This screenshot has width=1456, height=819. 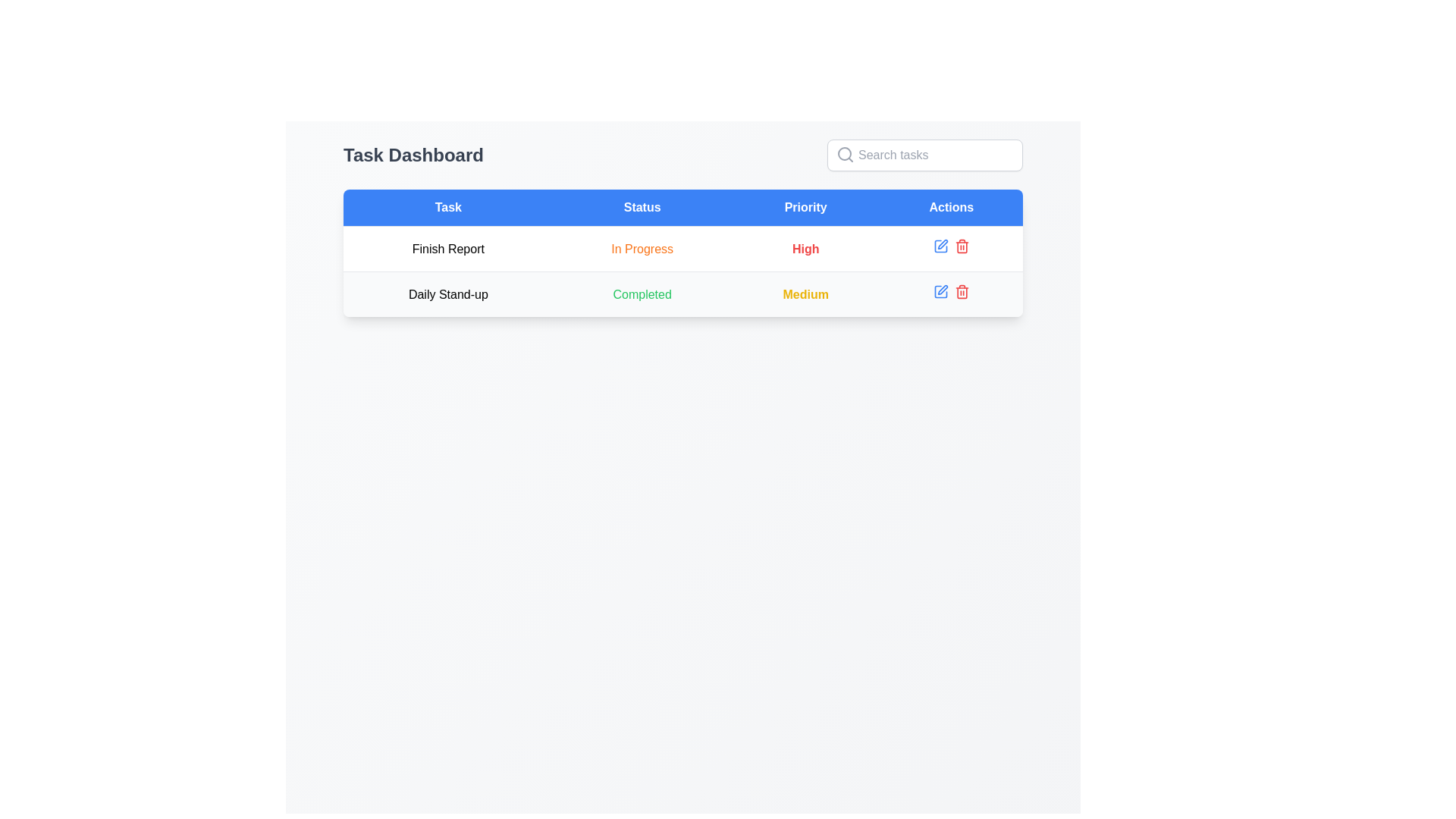 What do you see at coordinates (961, 293) in the screenshot?
I see `the trash bin icon located in the second row of the task table` at bounding box center [961, 293].